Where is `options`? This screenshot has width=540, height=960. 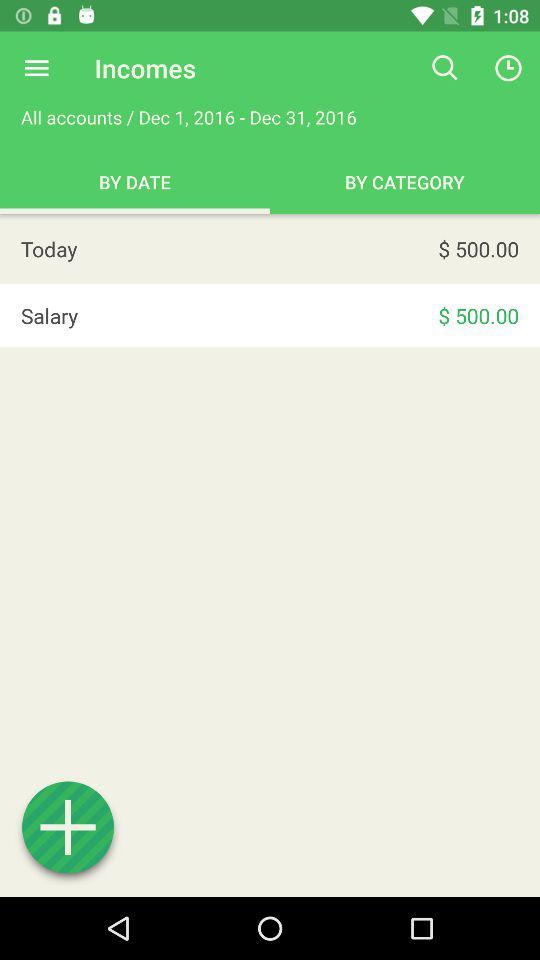 options is located at coordinates (36, 68).